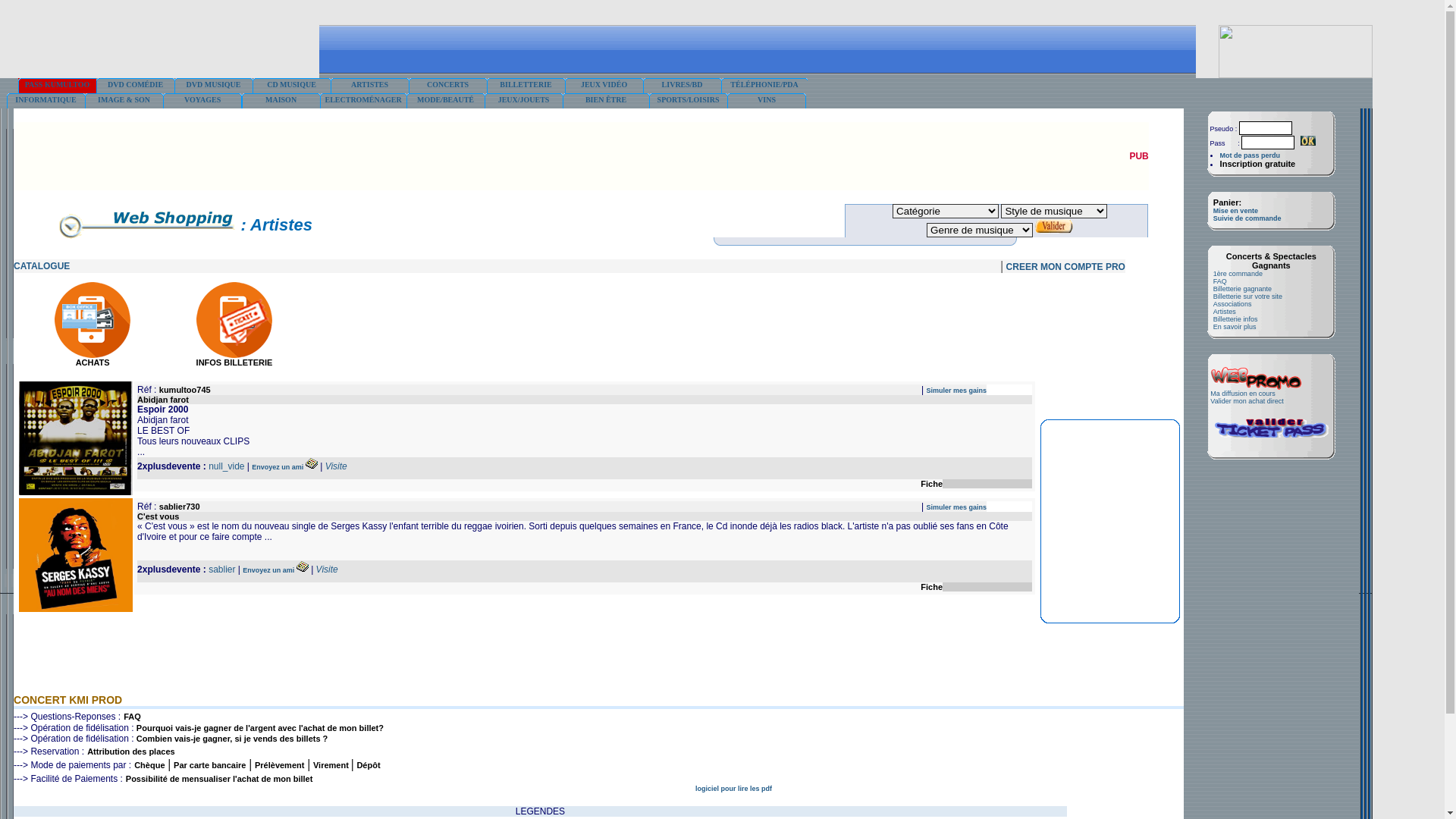  What do you see at coordinates (1235, 318) in the screenshot?
I see `'Billetterie infos'` at bounding box center [1235, 318].